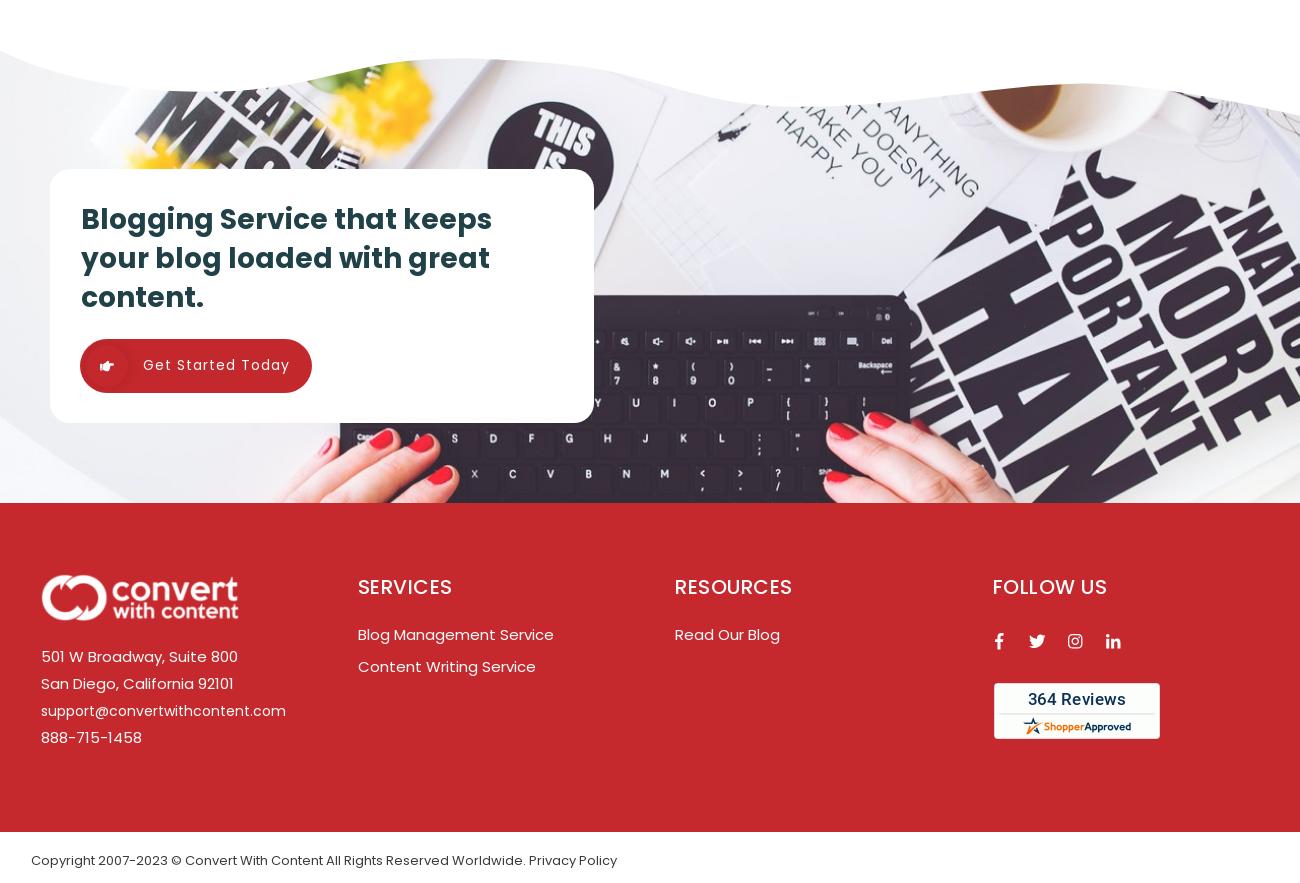  Describe the element at coordinates (136, 682) in the screenshot. I see `'San Diego, California 92101'` at that location.